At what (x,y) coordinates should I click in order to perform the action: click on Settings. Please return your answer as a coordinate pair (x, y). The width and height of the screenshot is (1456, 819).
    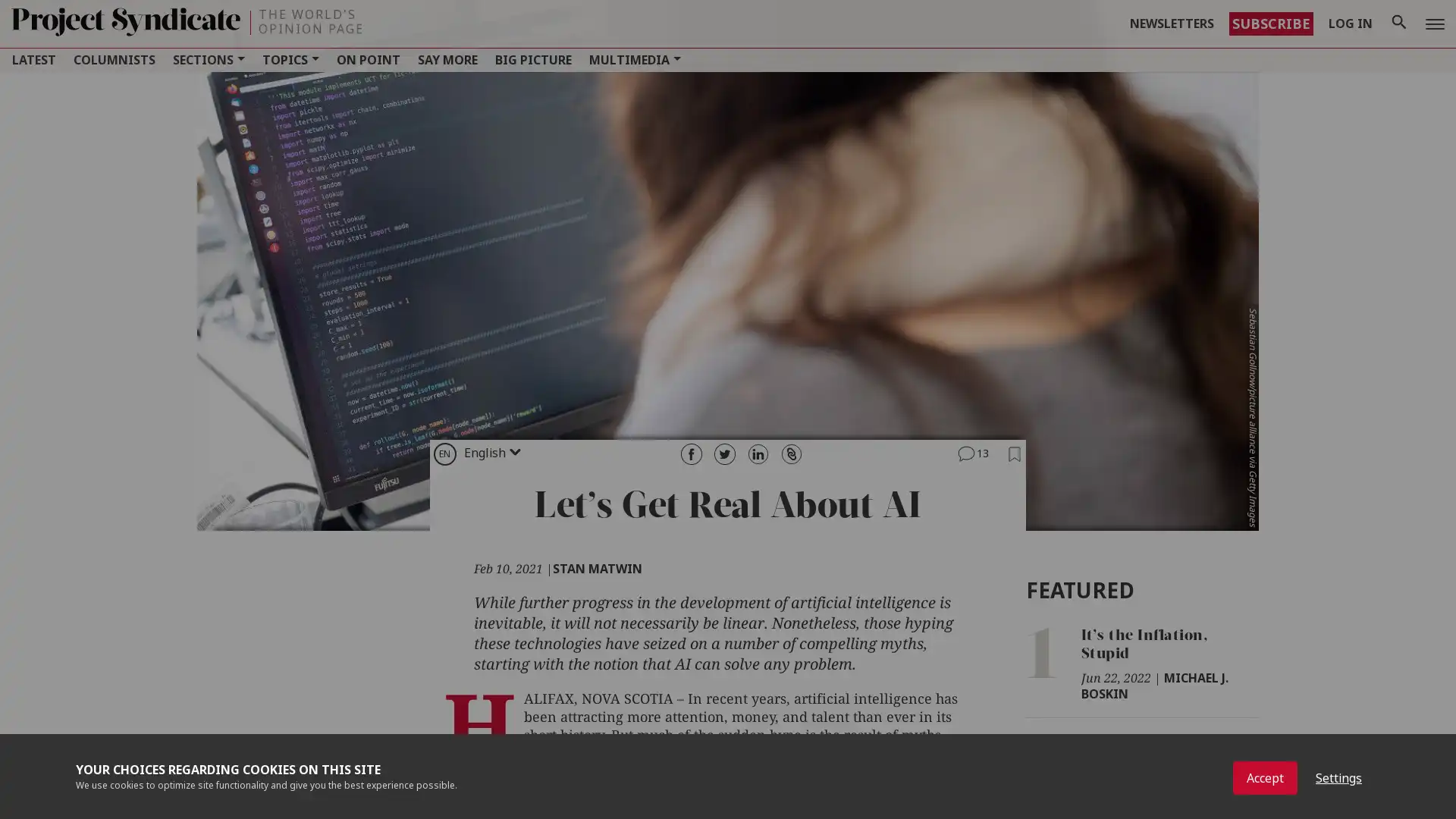
    Looking at the image, I should click on (1338, 778).